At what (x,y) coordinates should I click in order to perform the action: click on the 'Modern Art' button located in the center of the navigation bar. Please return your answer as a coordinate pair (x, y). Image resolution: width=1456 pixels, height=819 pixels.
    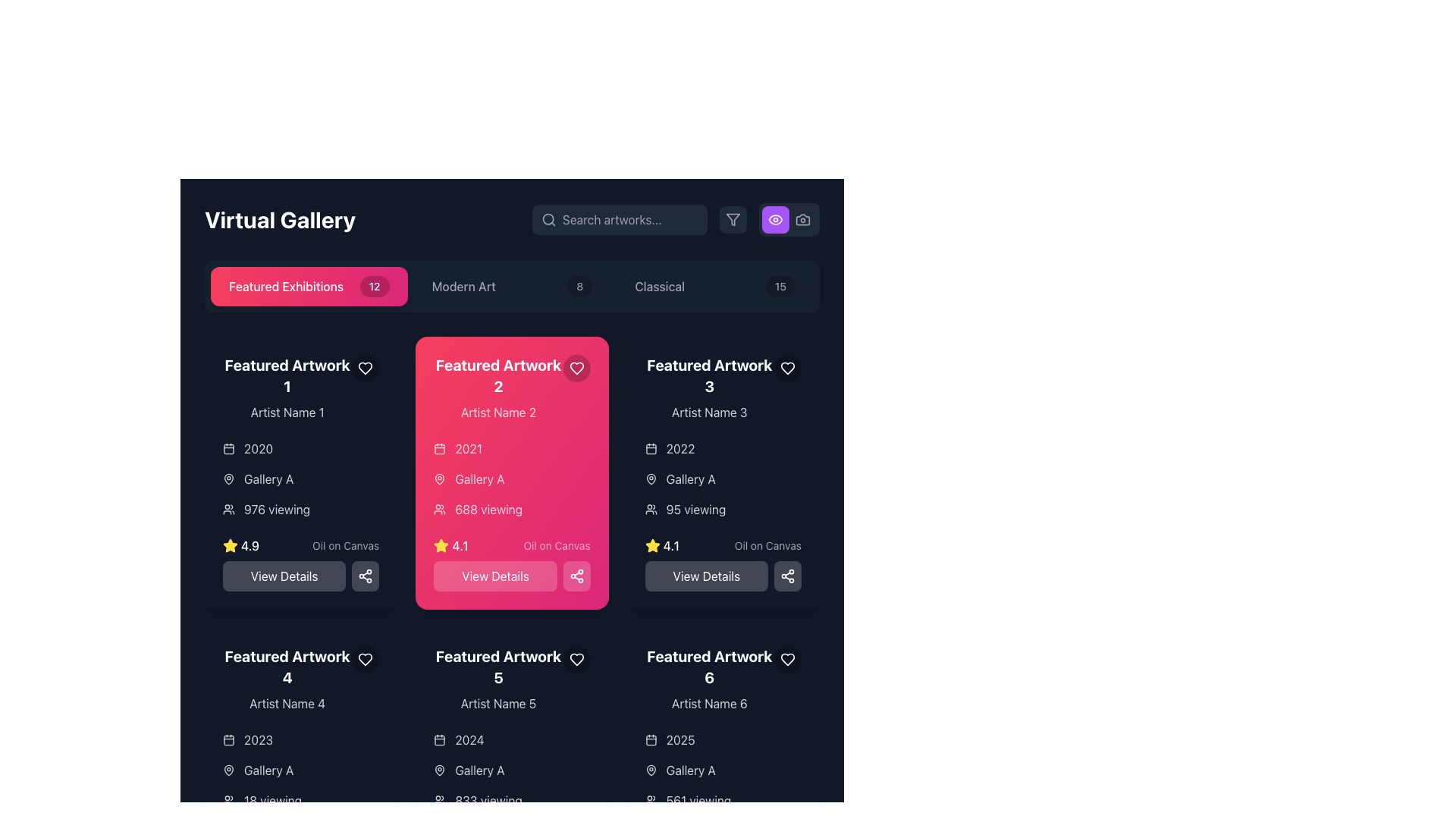
    Looking at the image, I should click on (512, 287).